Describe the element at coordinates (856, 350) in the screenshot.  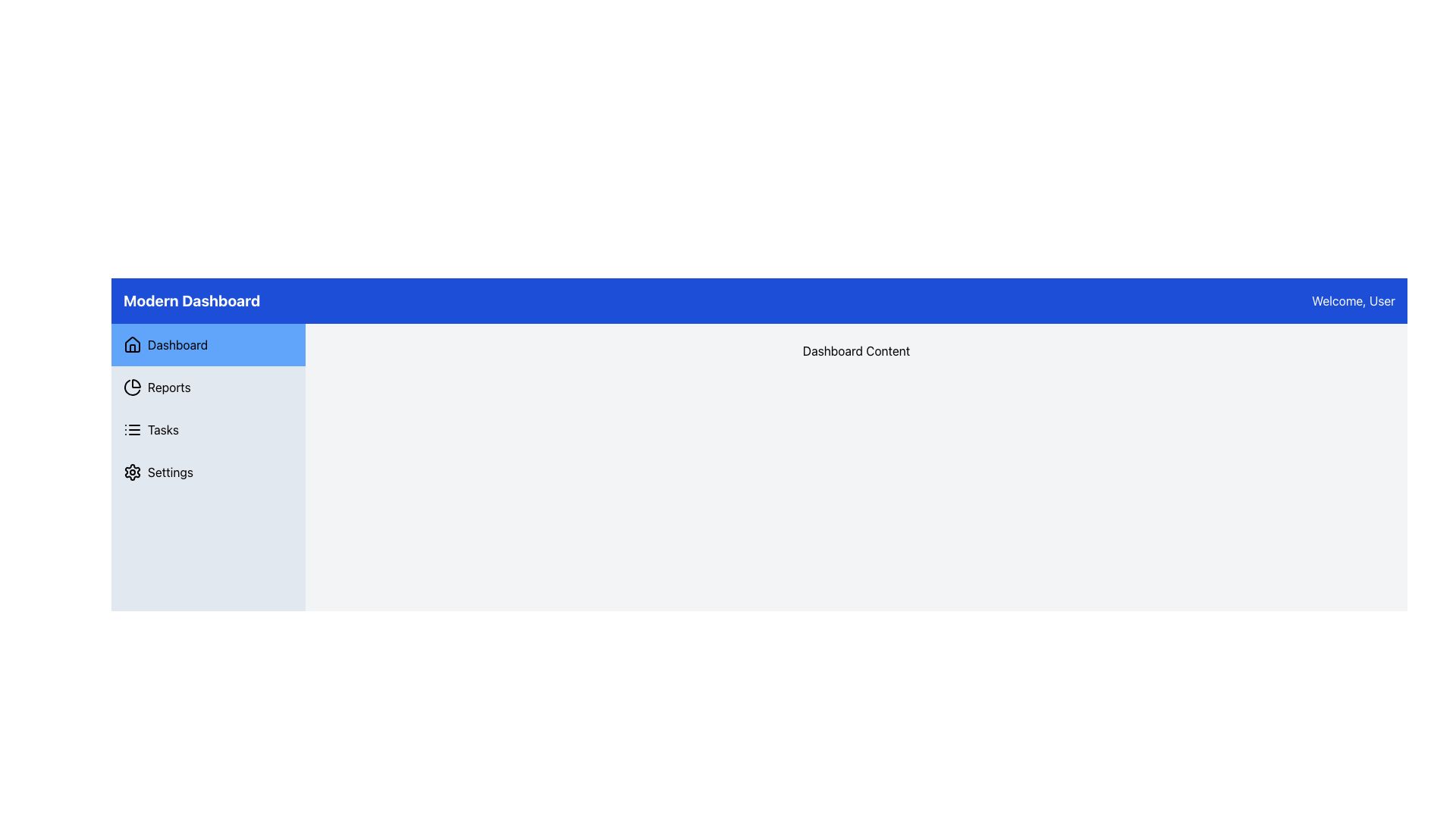
I see `the Text Label displaying 'Dashboard Content', which is centrally aligned in a light gray rectangular area under the top navigation bar` at that location.